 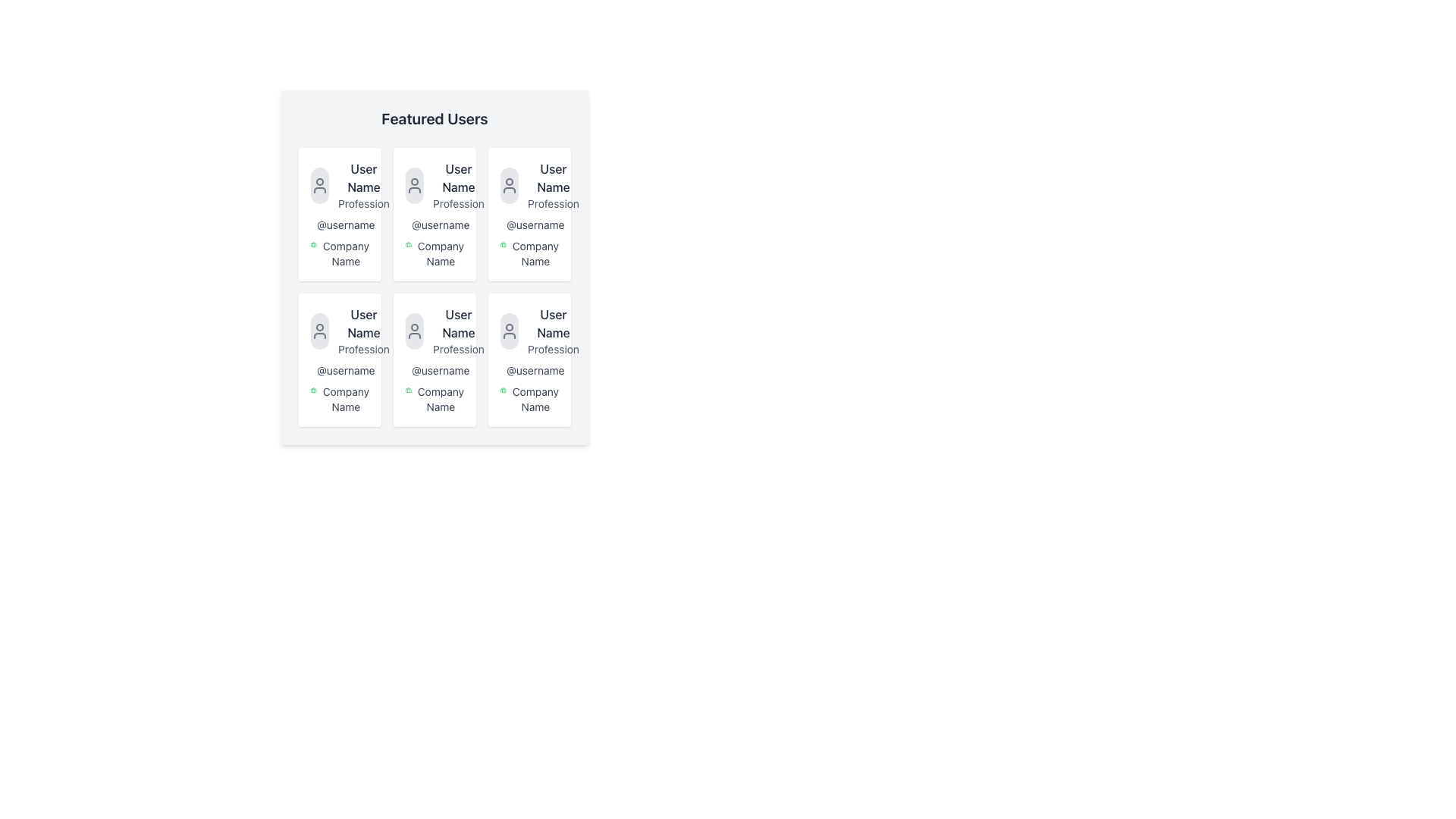 What do you see at coordinates (339, 185) in the screenshot?
I see `the Information display card labeled 'User Name' with a smaller text 'Profession' located in the top-left corner of the grid under 'Featured Users'` at bounding box center [339, 185].